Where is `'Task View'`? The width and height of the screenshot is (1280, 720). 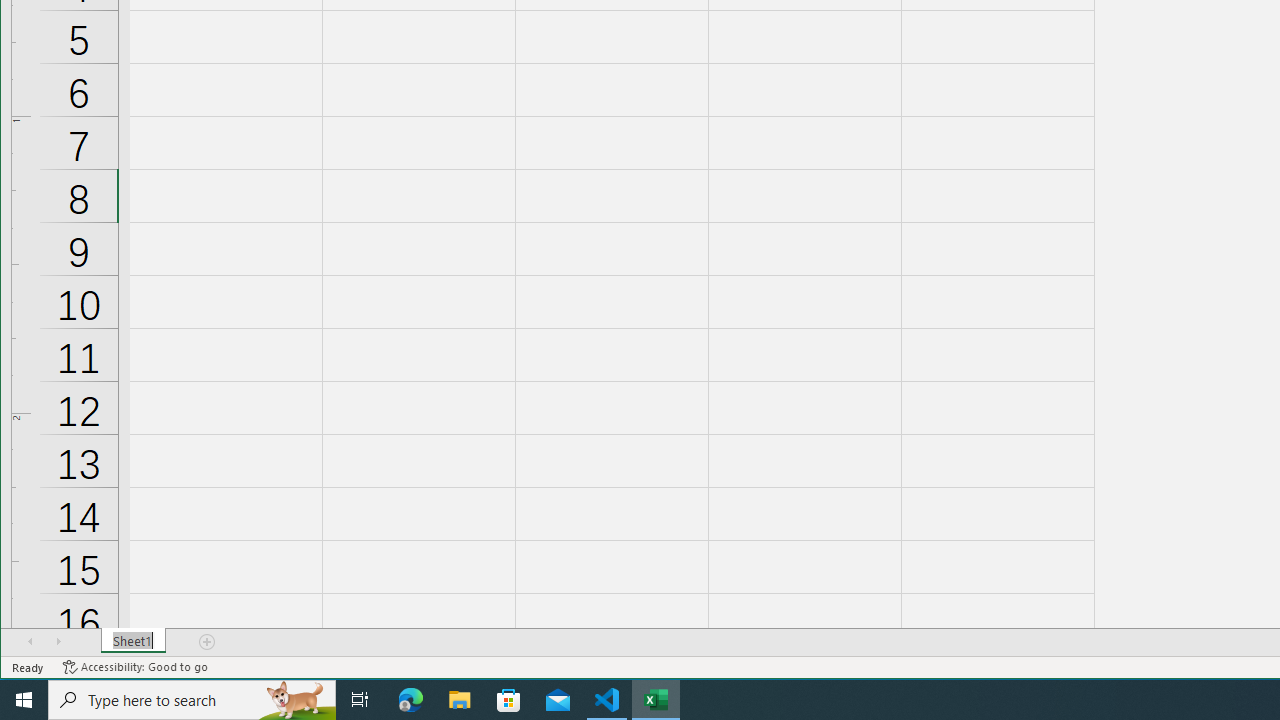
'Task View' is located at coordinates (359, 698).